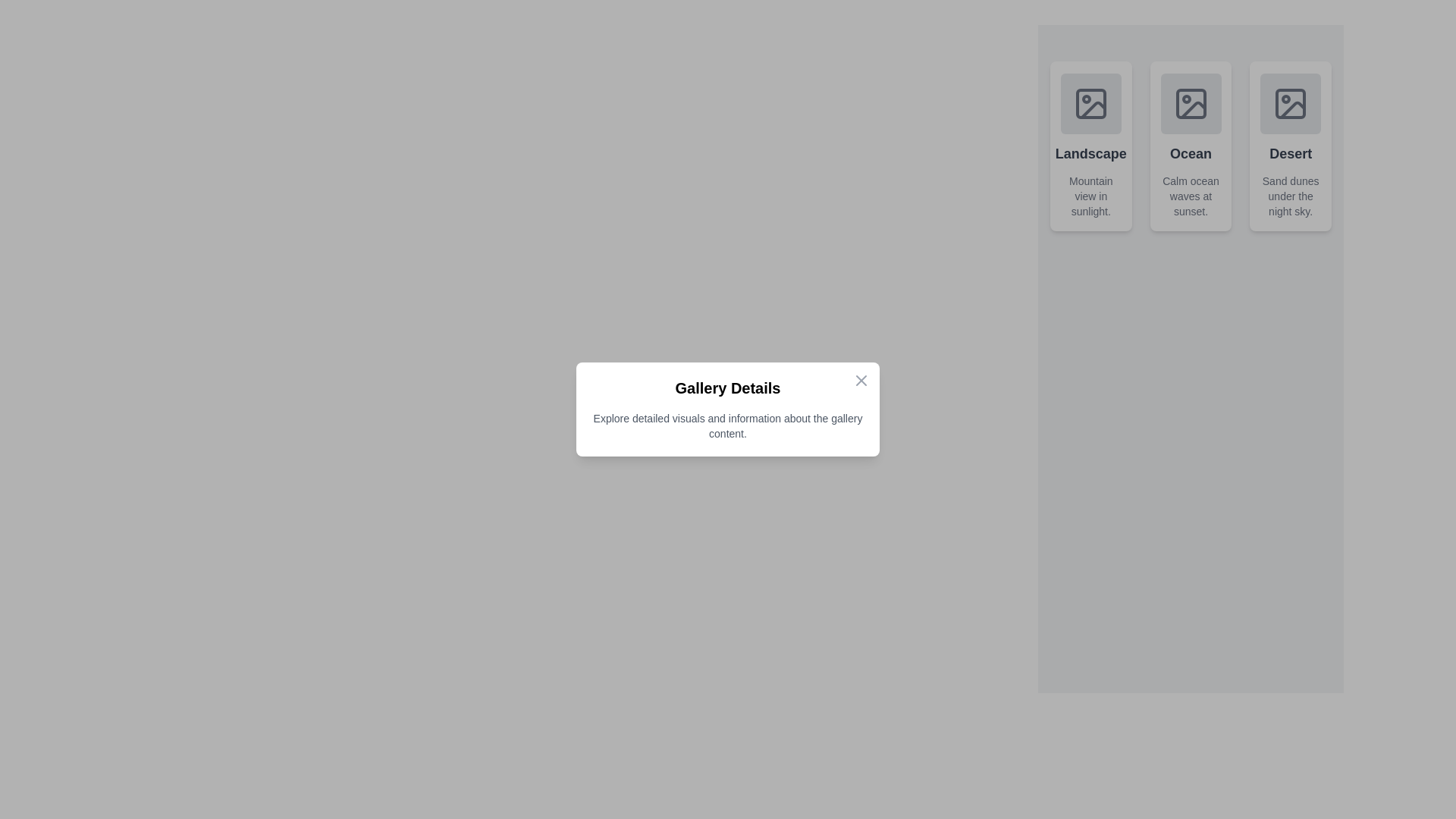 Image resolution: width=1456 pixels, height=819 pixels. Describe the element at coordinates (1090, 154) in the screenshot. I see `the 'Landscape' text label, which is styled with bold and large font and located at the top section of the leftmost card in a group of three cards` at that location.